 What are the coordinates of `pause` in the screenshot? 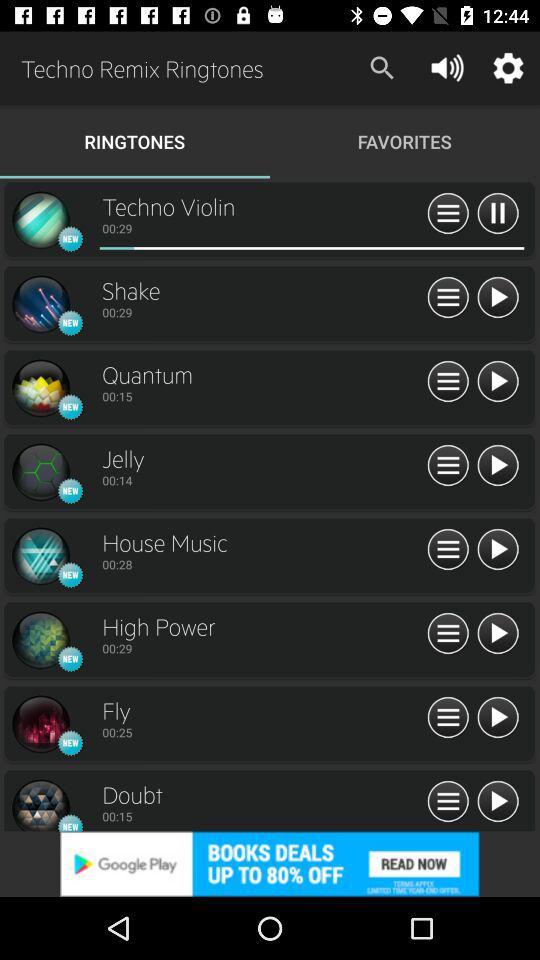 It's located at (496, 214).